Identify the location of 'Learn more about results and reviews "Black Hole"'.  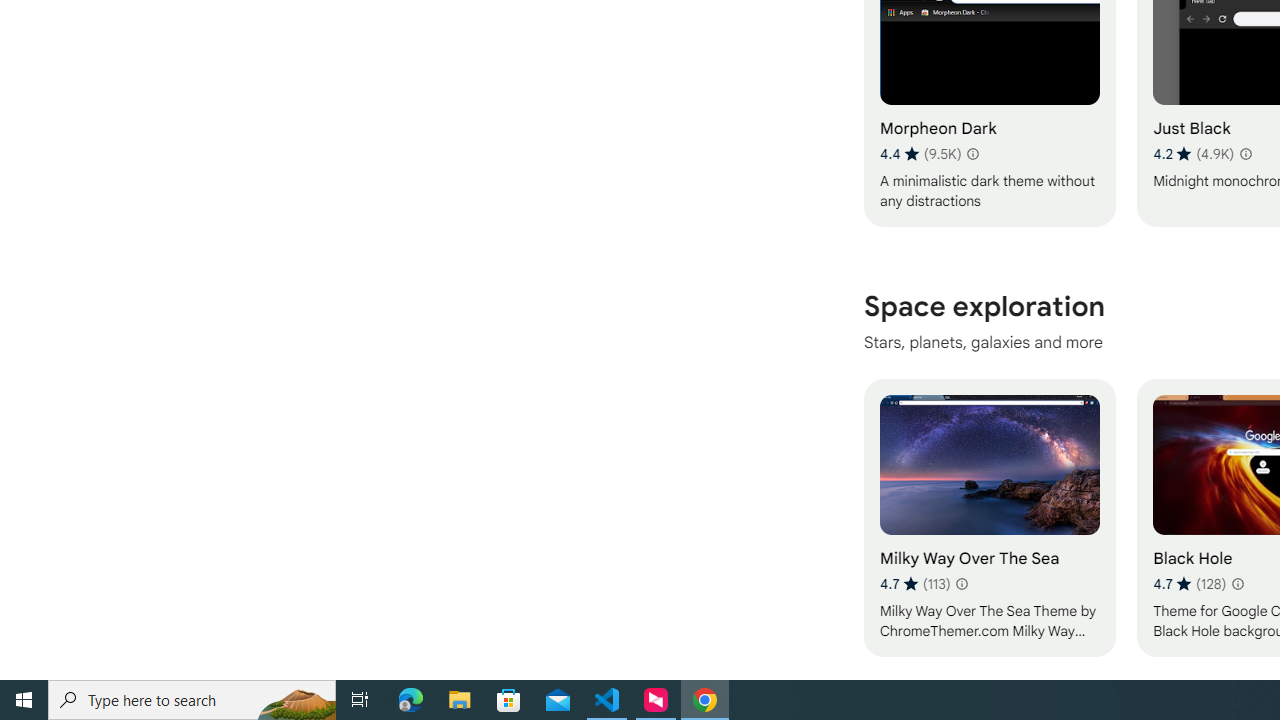
(1236, 583).